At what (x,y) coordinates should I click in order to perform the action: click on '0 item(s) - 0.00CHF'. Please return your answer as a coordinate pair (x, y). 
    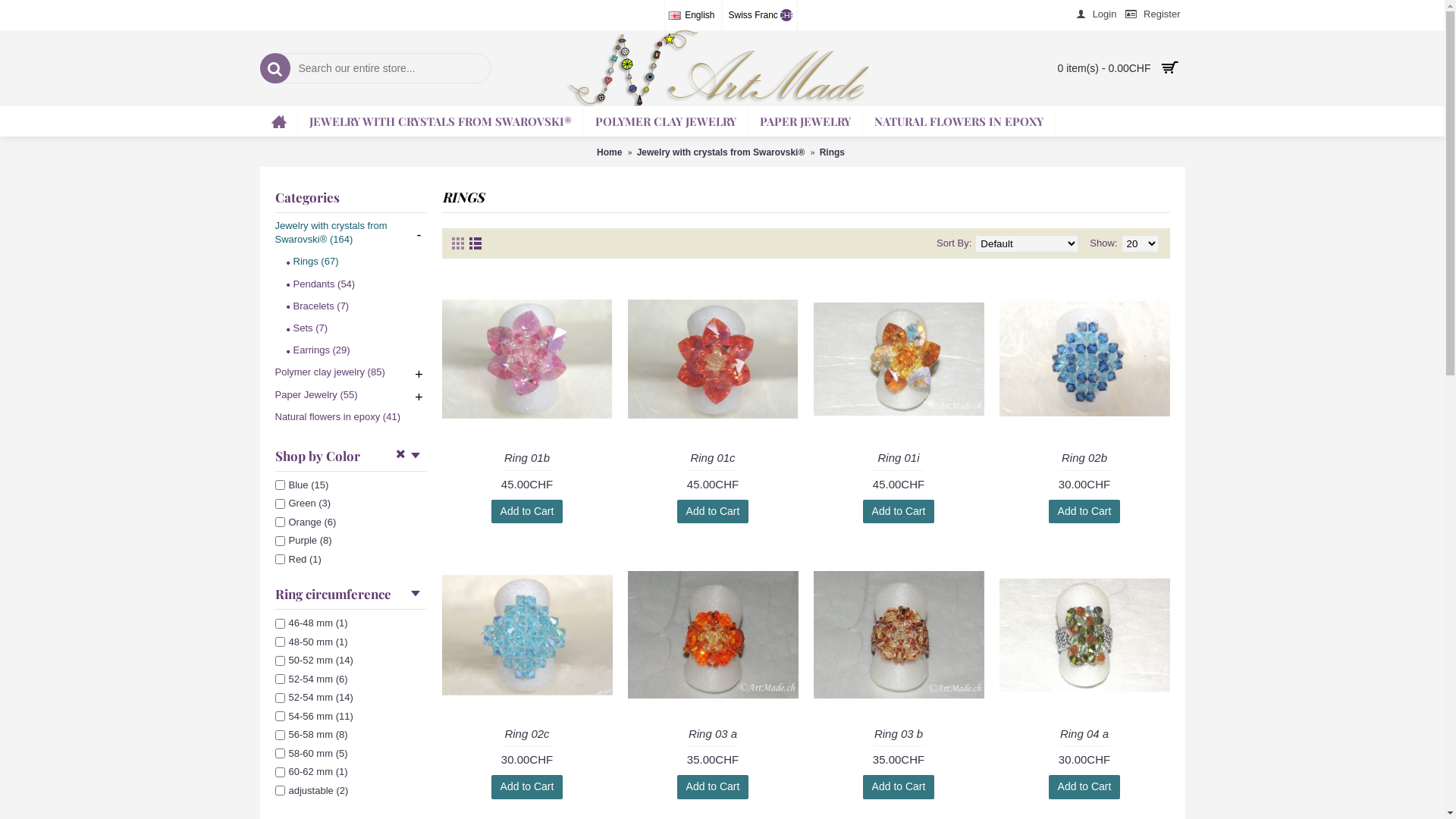
    Looking at the image, I should click on (1068, 67).